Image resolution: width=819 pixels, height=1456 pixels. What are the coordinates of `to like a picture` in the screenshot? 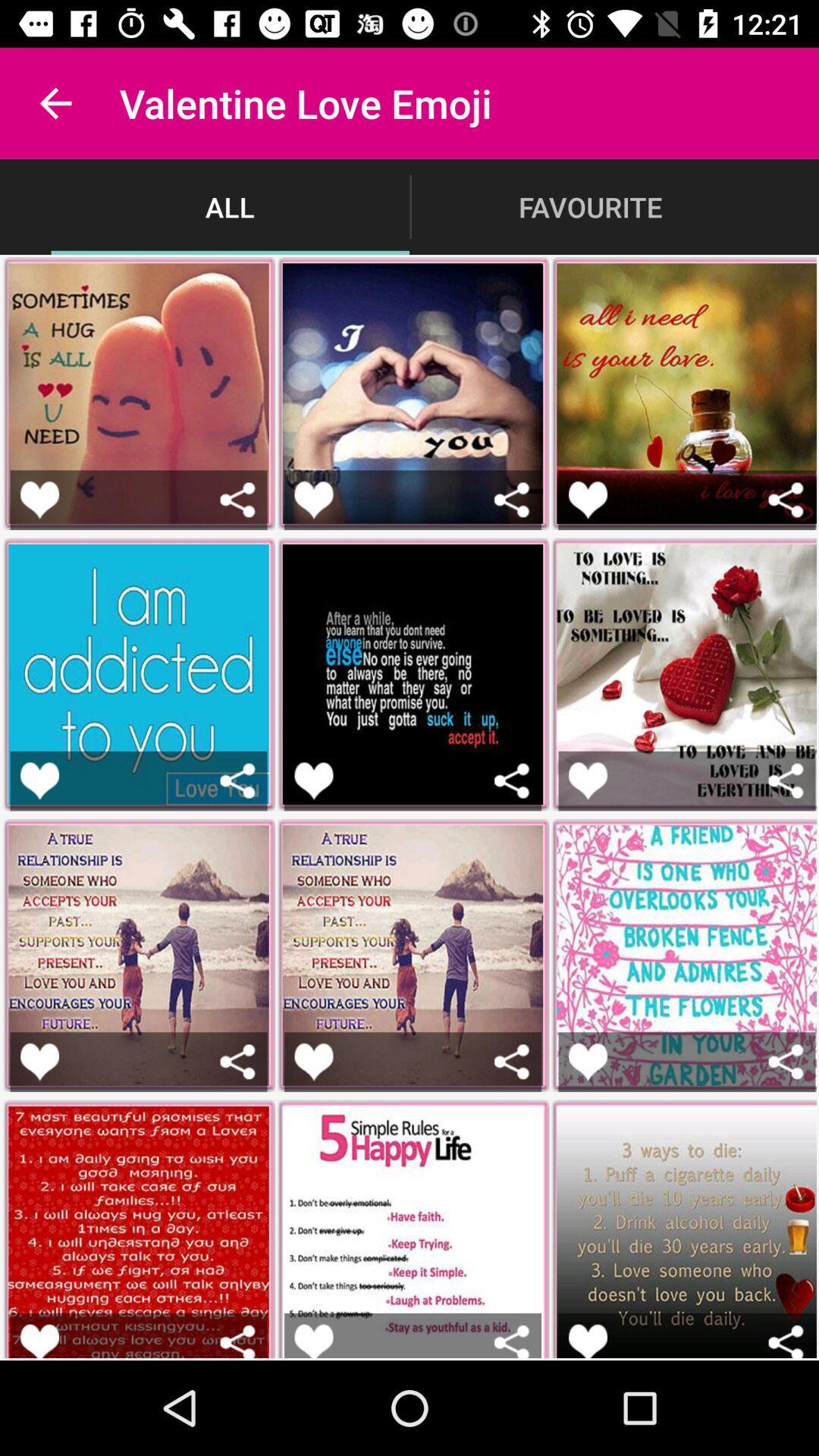 It's located at (312, 500).